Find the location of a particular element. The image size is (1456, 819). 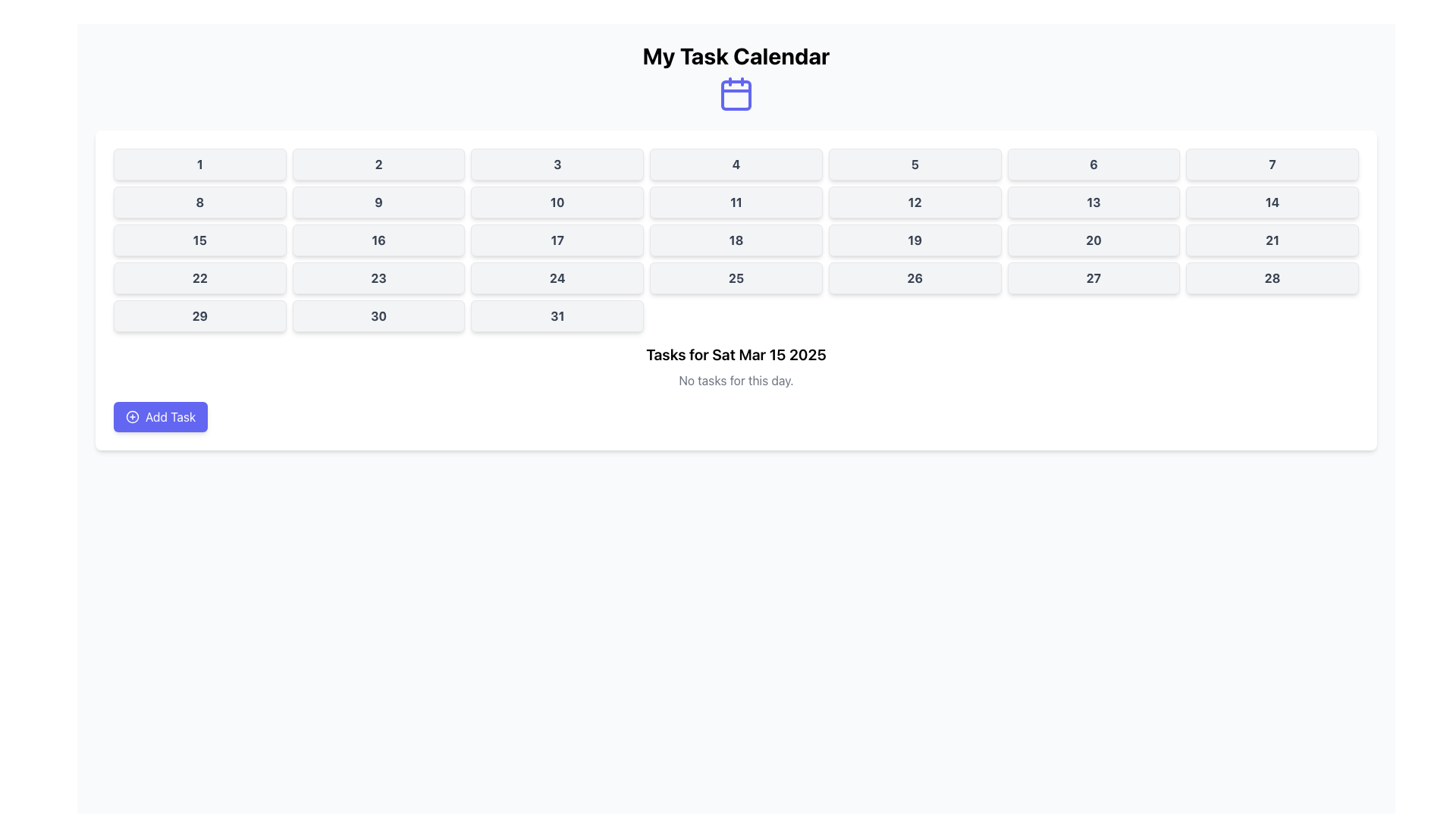

the 'Add Task' button with a blue background and white text is located at coordinates (161, 417).